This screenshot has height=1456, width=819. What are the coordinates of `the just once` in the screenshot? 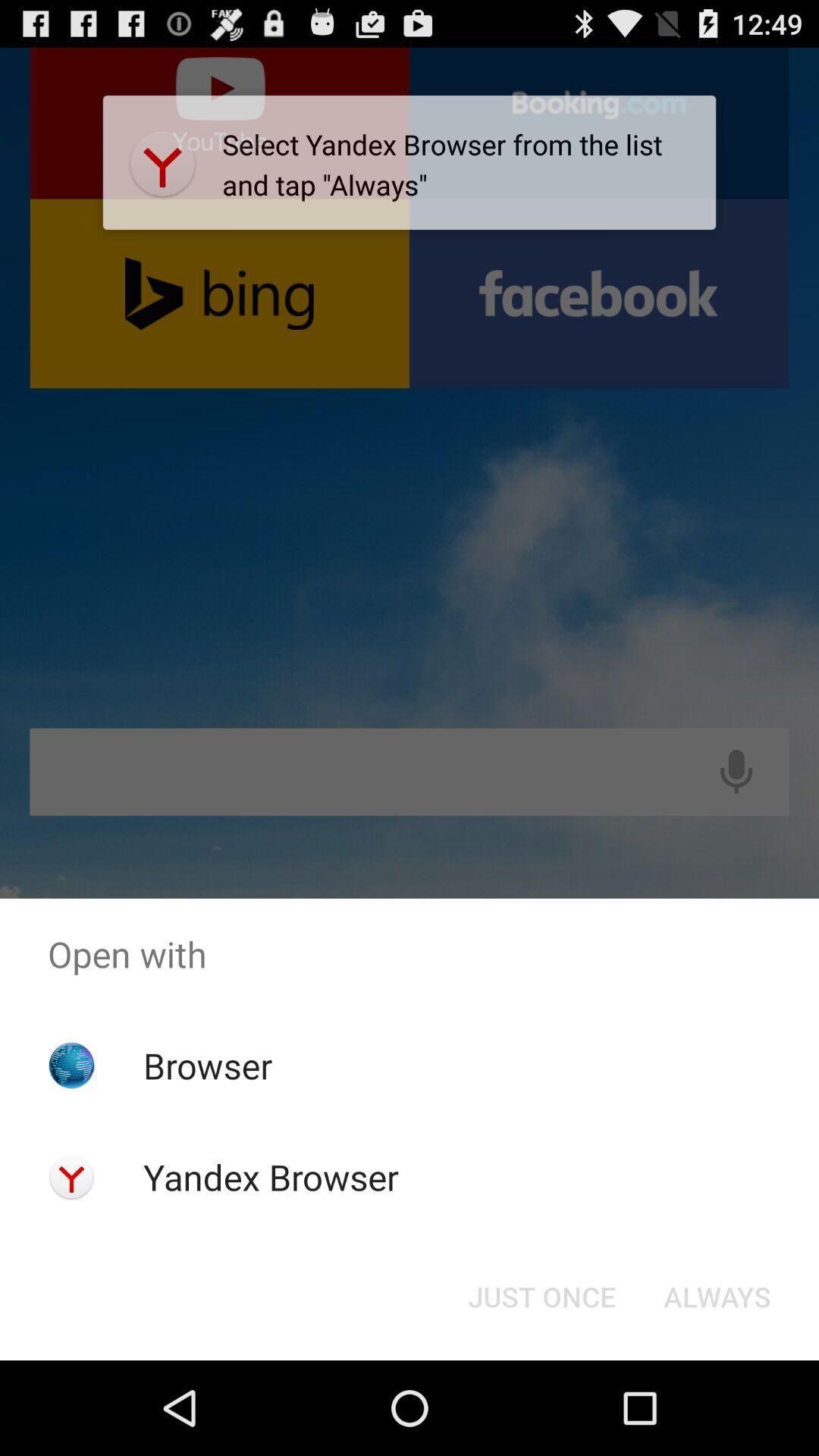 It's located at (541, 1295).